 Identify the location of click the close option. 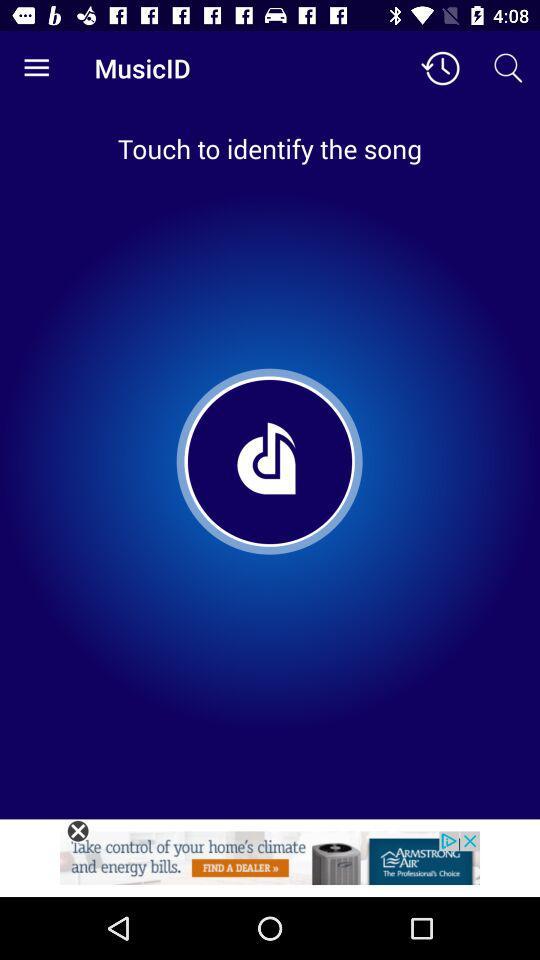
(77, 831).